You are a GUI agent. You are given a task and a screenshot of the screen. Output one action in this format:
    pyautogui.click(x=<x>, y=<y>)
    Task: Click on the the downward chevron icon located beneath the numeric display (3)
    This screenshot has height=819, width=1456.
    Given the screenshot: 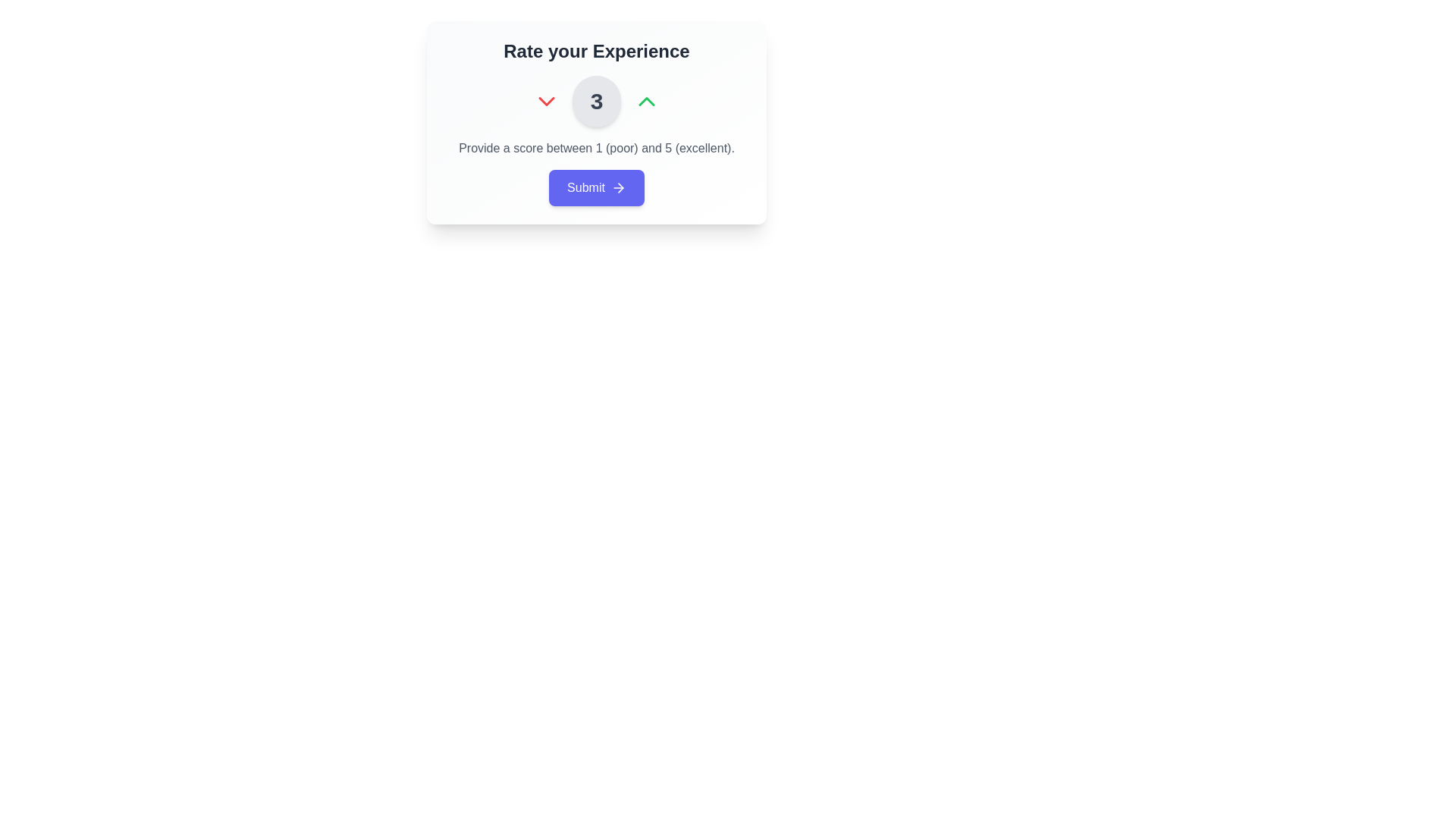 What is the action you would take?
    pyautogui.click(x=546, y=102)
    